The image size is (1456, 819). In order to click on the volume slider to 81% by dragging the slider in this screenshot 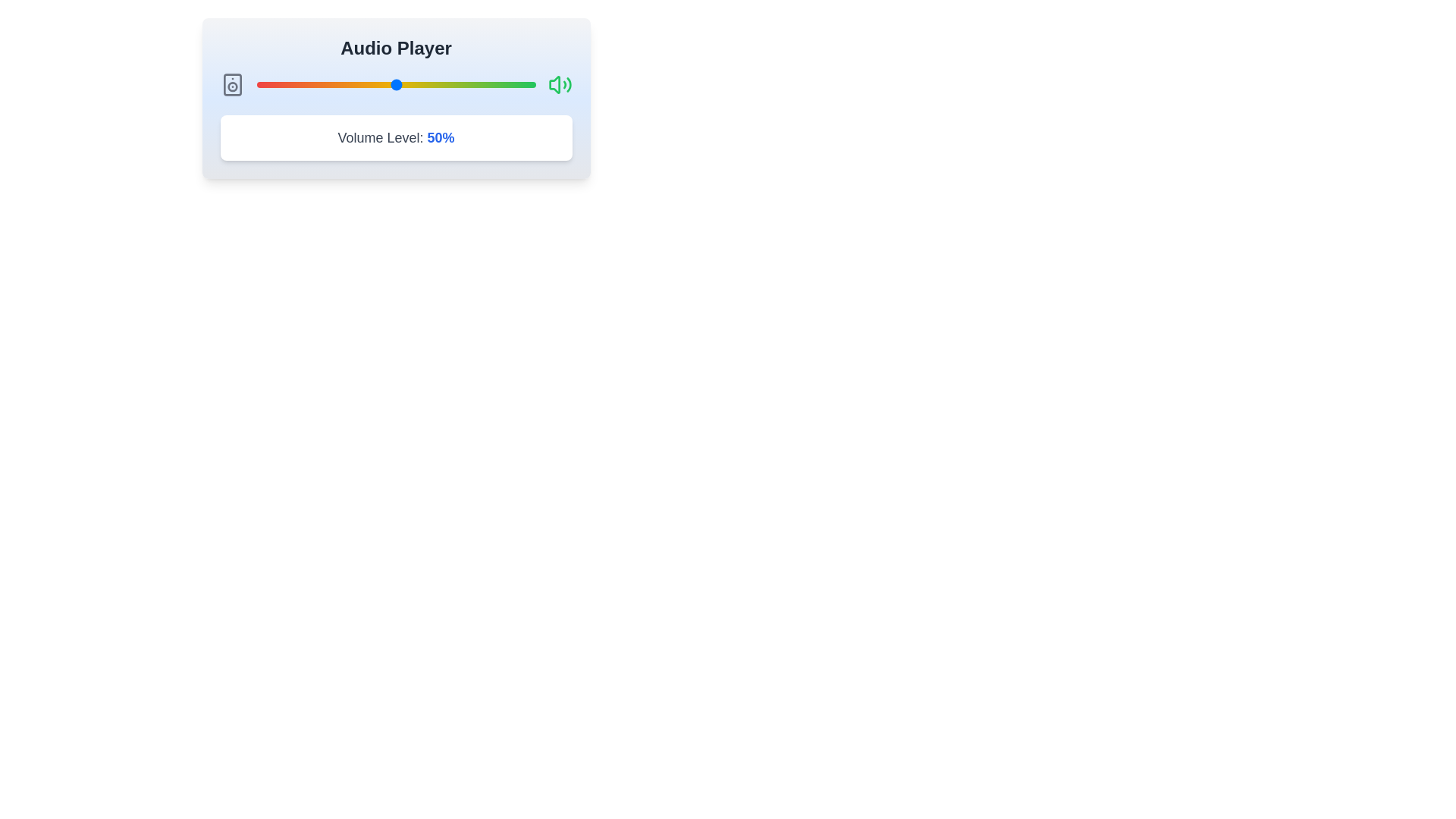, I will do `click(482, 84)`.